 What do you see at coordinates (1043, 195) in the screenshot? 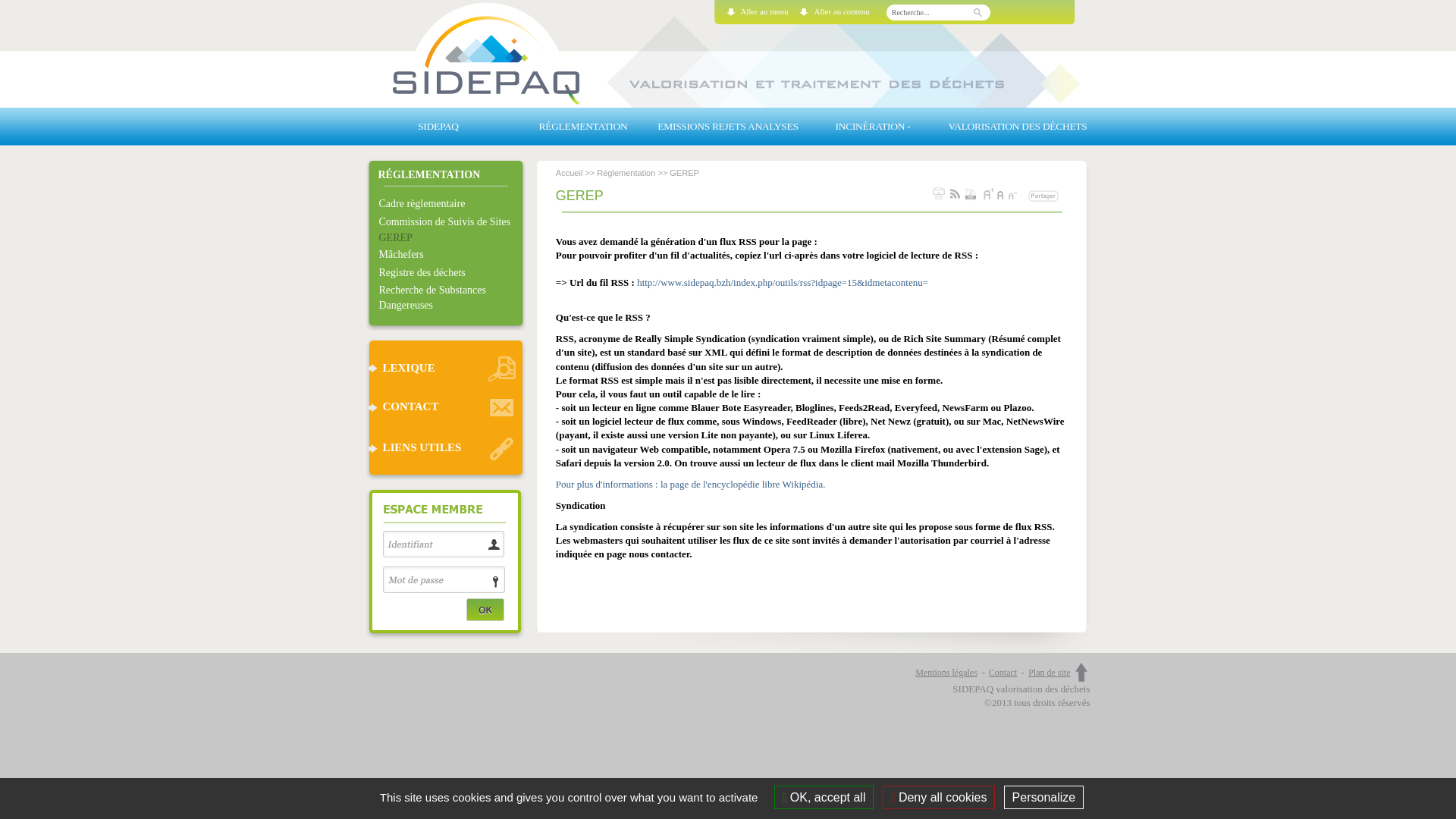
I see `'Partager'` at bounding box center [1043, 195].